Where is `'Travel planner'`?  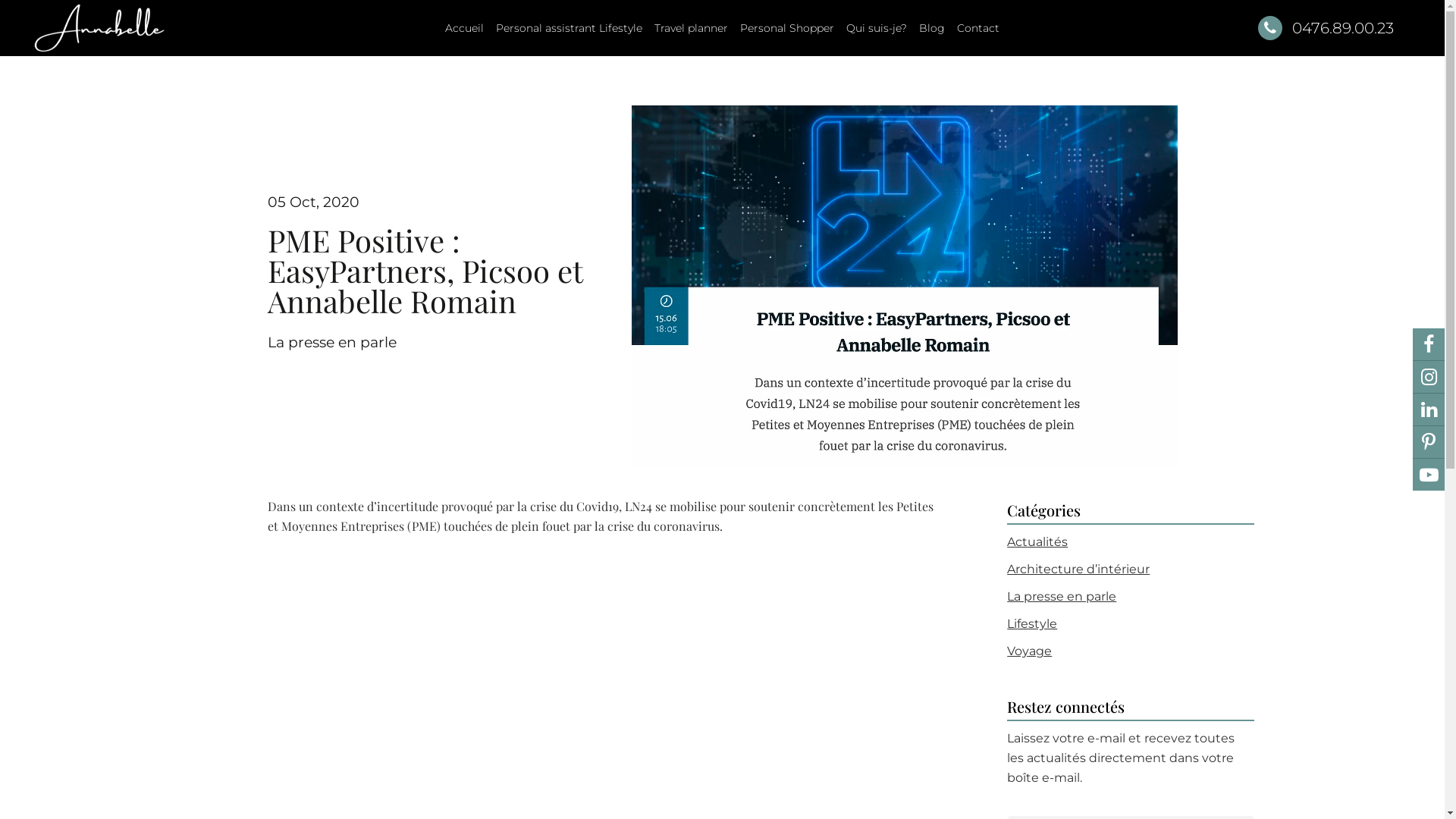 'Travel planner' is located at coordinates (690, 28).